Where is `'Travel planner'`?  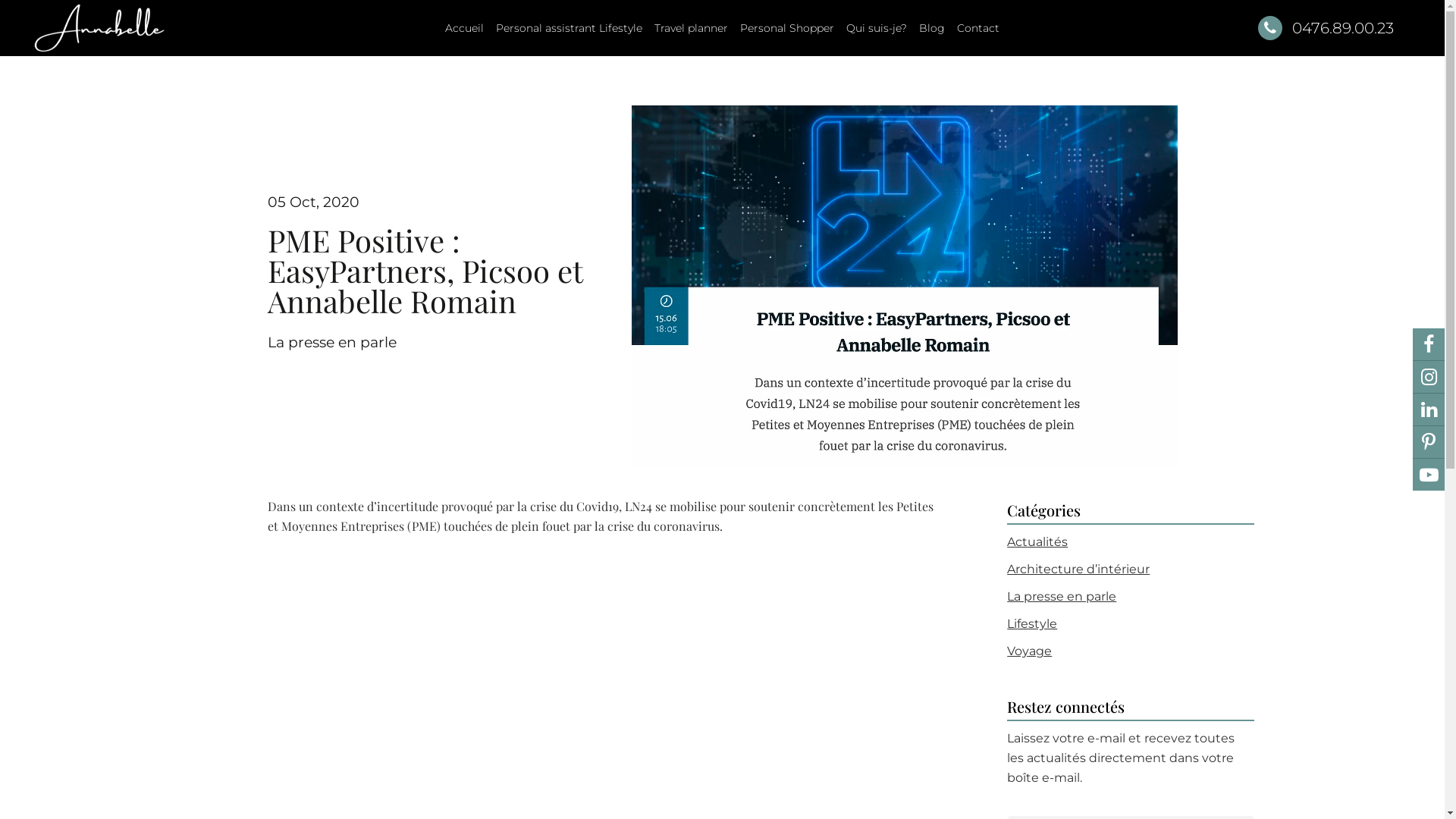 'Travel planner' is located at coordinates (690, 28).